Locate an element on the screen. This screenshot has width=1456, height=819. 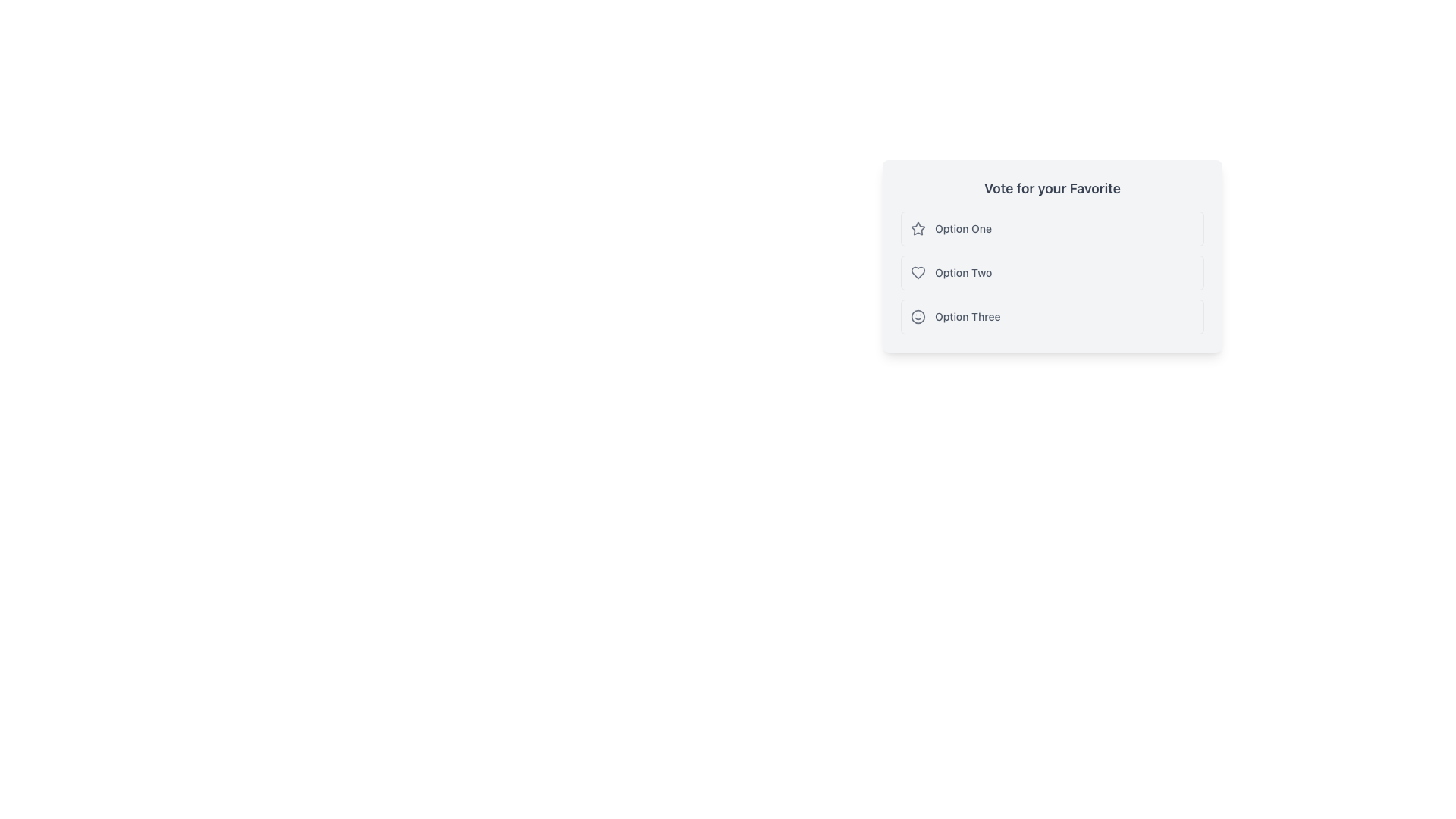
the heart icon, which signifies a selection for 'Option Two', located to the left of the associated text in the 'Vote for your Favorite' list is located at coordinates (917, 271).